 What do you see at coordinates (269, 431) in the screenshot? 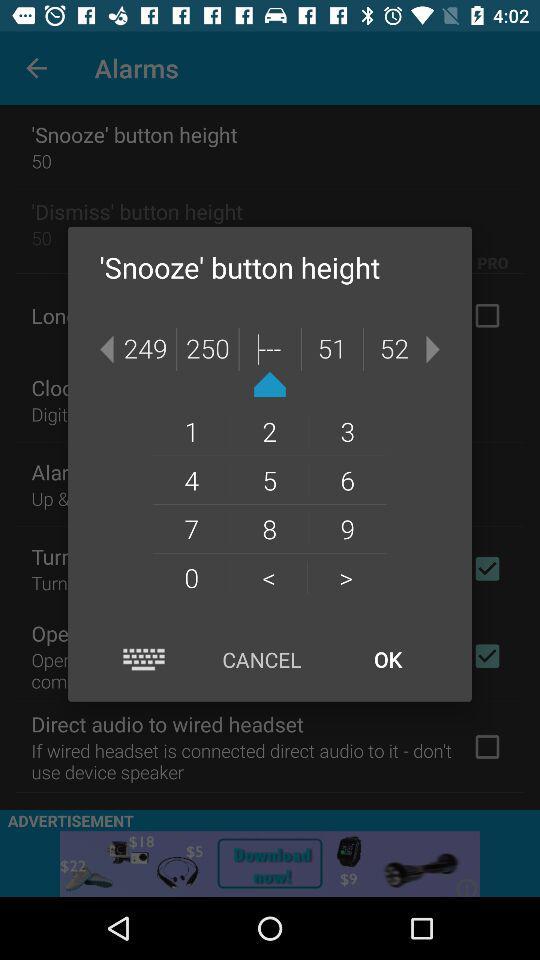
I see `item to the right of 1` at bounding box center [269, 431].